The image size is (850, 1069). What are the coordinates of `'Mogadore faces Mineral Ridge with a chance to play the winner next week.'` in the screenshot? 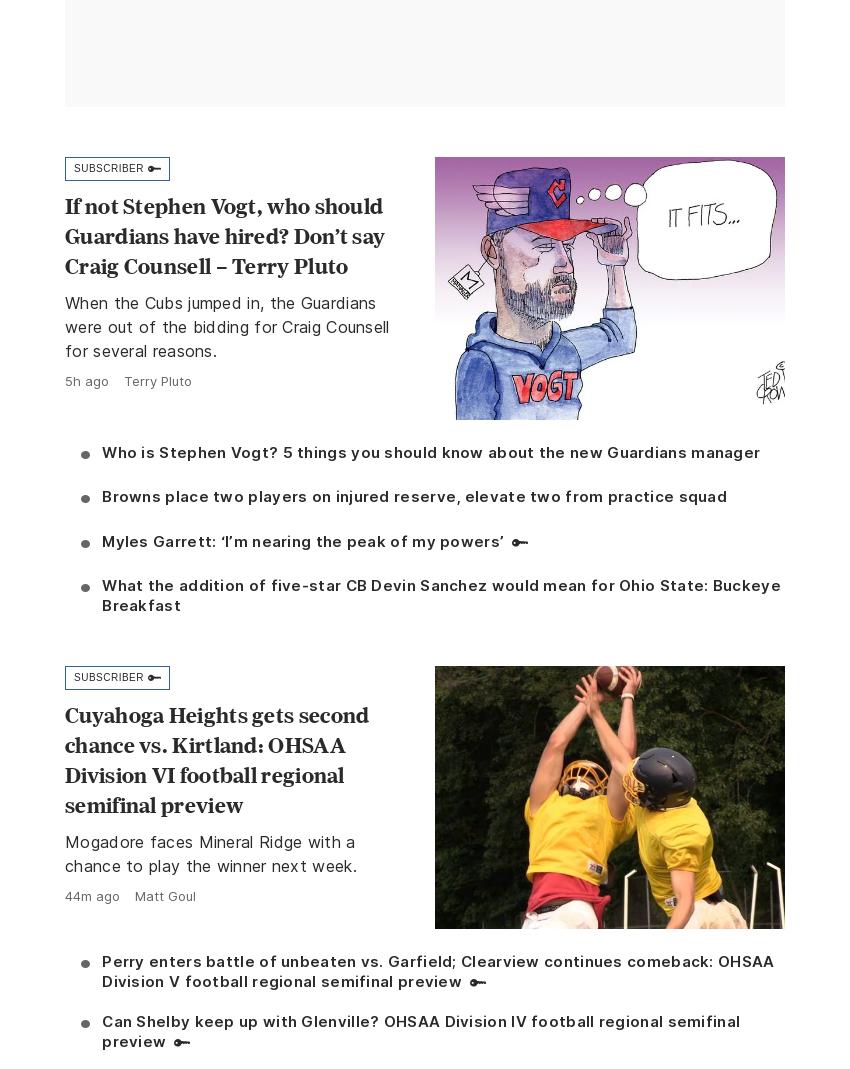 It's located at (209, 854).